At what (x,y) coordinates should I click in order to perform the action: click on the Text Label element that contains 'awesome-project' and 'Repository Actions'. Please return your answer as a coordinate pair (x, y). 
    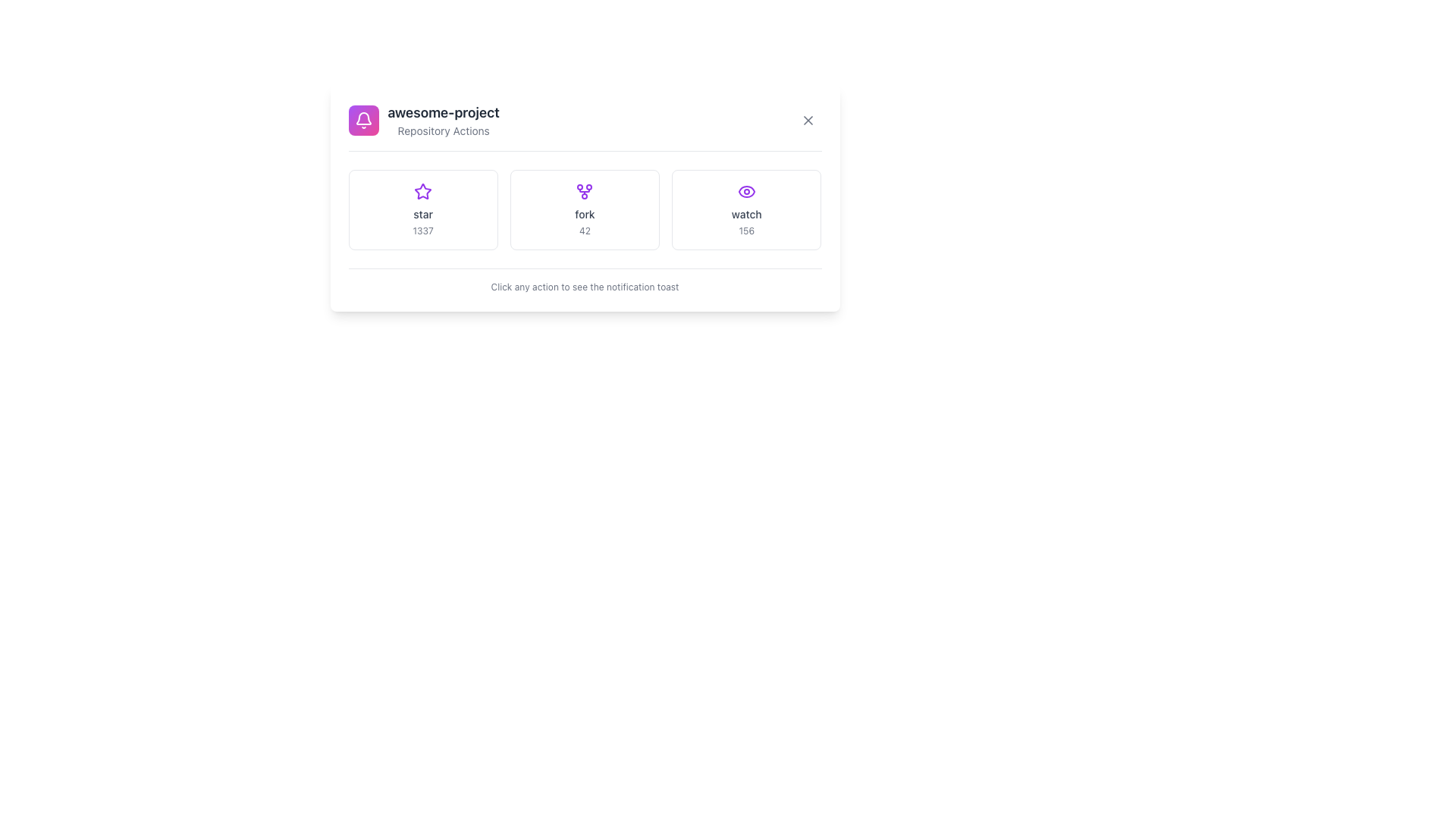
    Looking at the image, I should click on (443, 119).